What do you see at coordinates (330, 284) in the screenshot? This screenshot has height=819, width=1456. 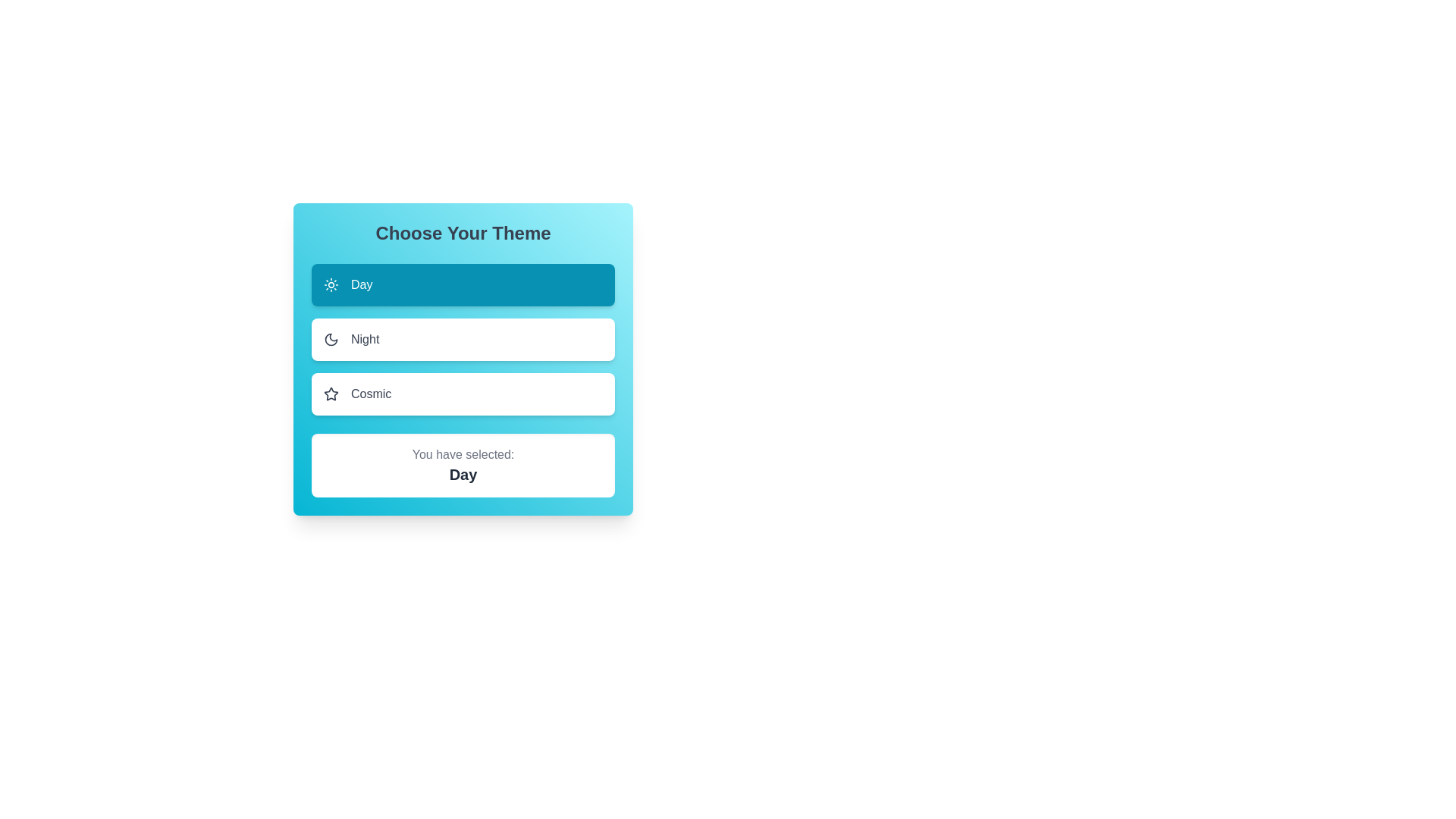 I see `the circular sun icon located within the uppermost rounded rectangular button labeled 'Day'` at bounding box center [330, 284].